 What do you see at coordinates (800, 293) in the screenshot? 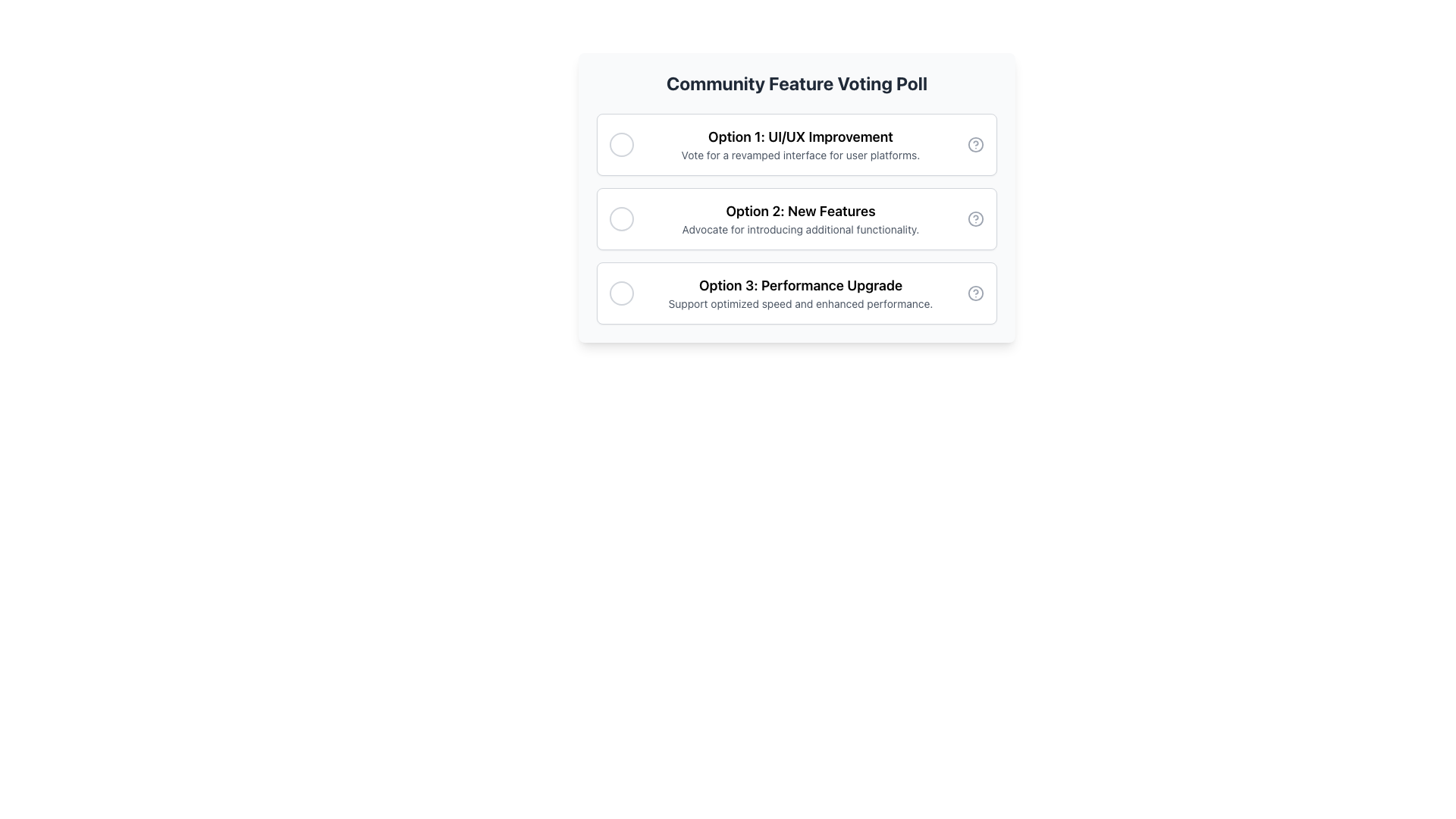
I see `the informational text block that reads 'Option 3: Performance Upgrade' with supporting text 'Support optimized speed and enhanced performance.'` at bounding box center [800, 293].